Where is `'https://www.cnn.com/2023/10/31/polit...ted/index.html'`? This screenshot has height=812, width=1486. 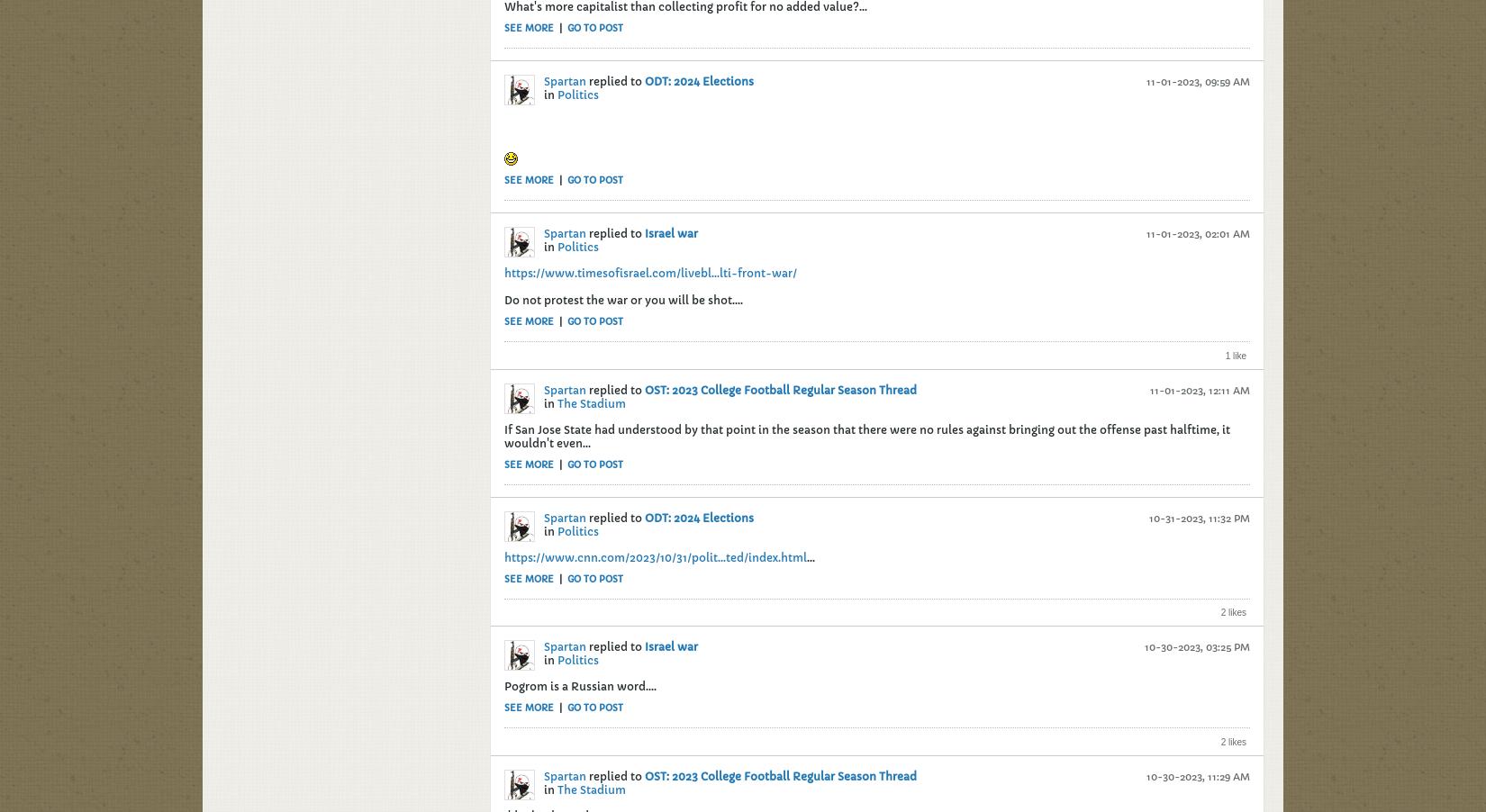 'https://www.cnn.com/2023/10/31/polit...ted/index.html' is located at coordinates (654, 555).